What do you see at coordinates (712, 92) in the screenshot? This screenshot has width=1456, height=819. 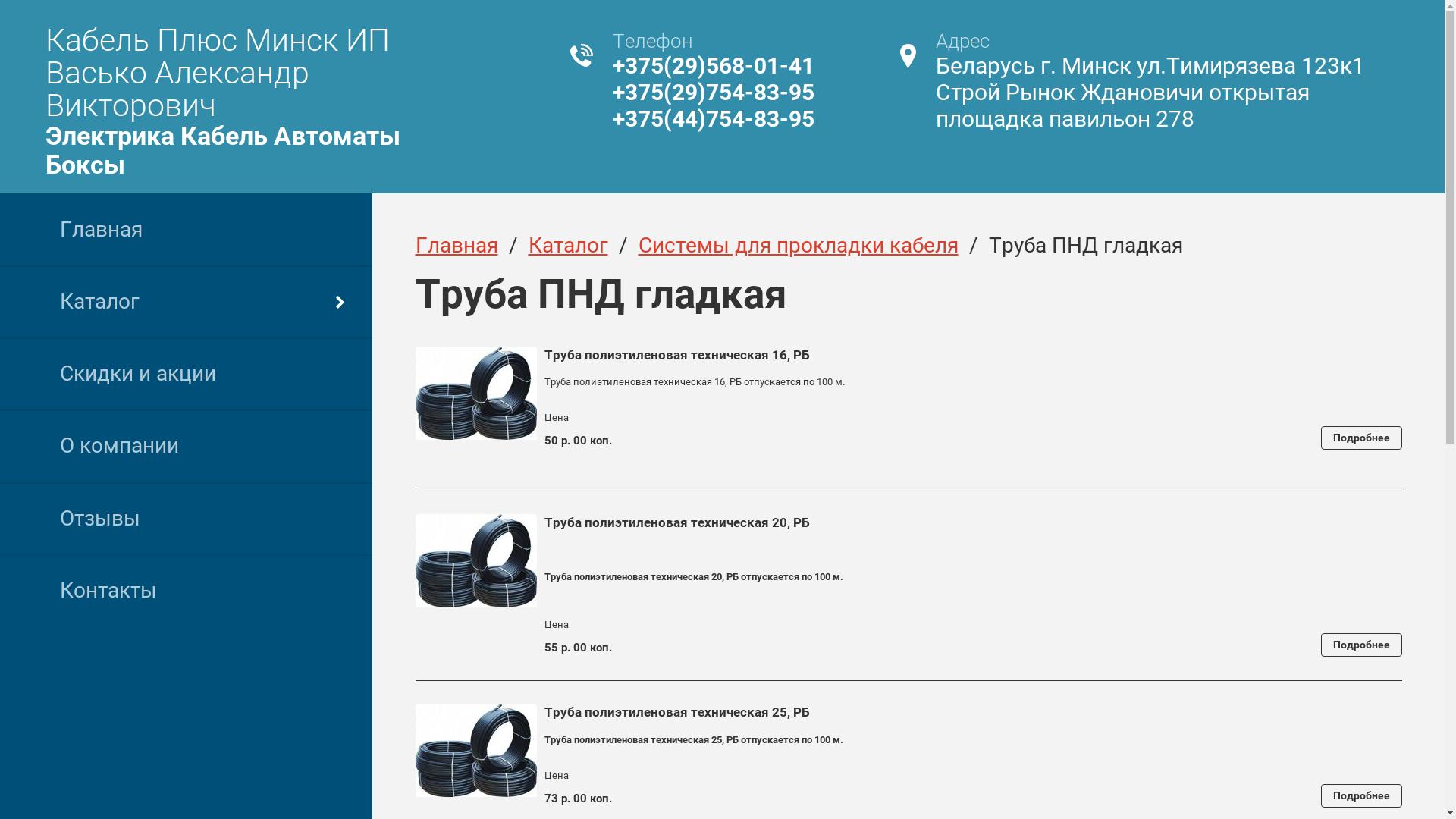 I see `'+375(29)754-83-95'` at bounding box center [712, 92].